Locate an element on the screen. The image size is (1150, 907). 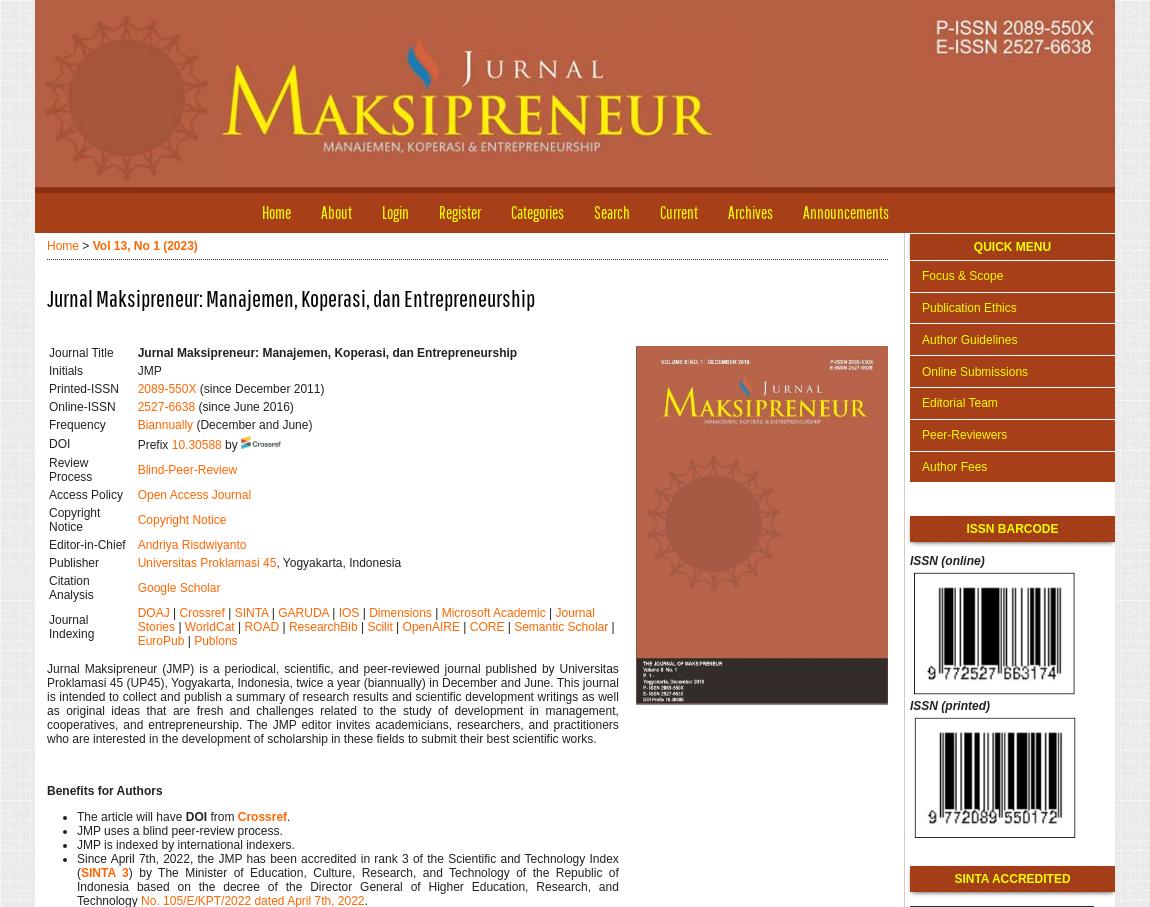
'(since December 2011)' is located at coordinates (259, 388).